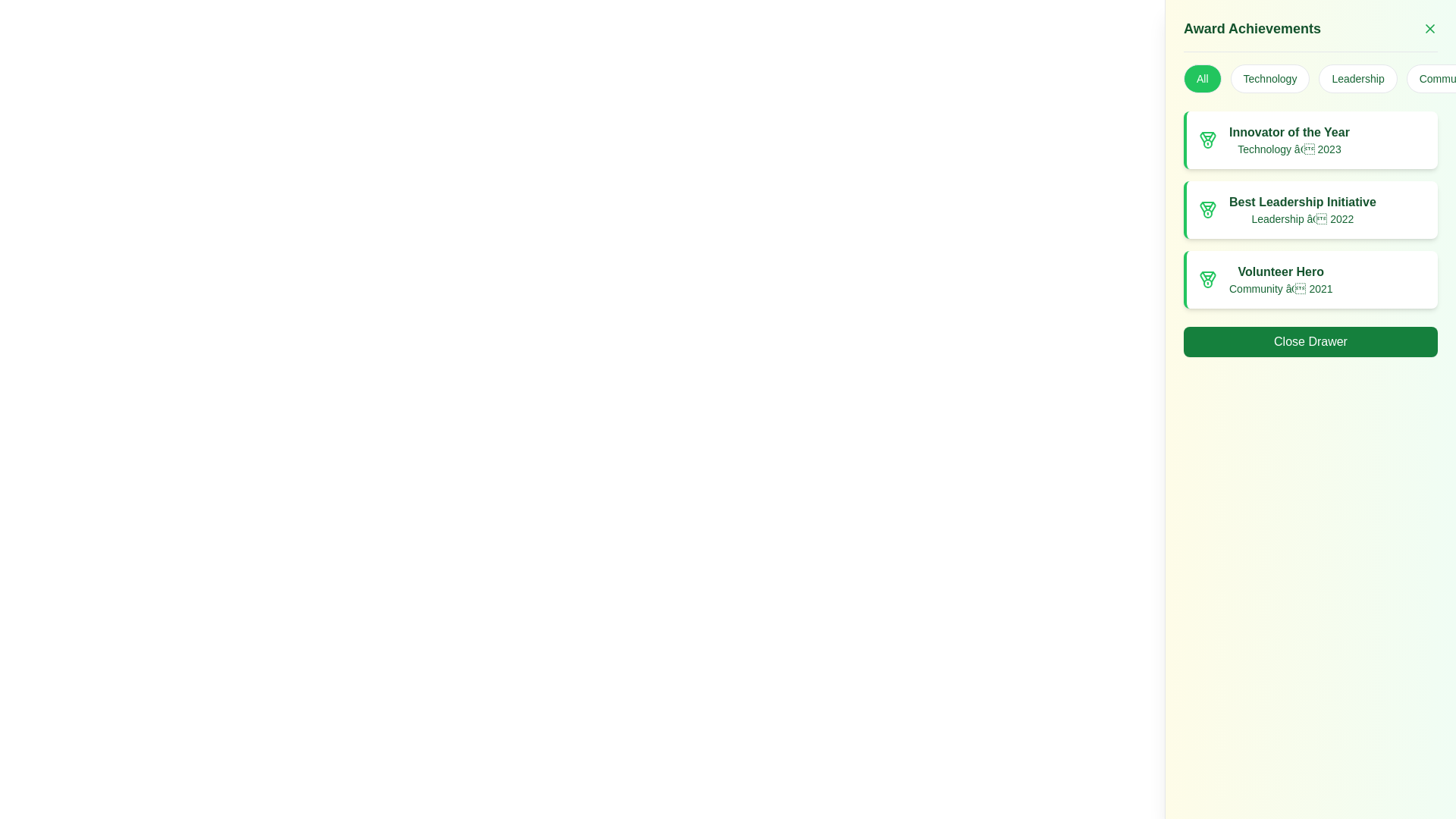  Describe the element at coordinates (1207, 207) in the screenshot. I see `the decorative vector element within the medal icon of the 'Best Leadership Initiative - Leadership 2022' list item` at that location.